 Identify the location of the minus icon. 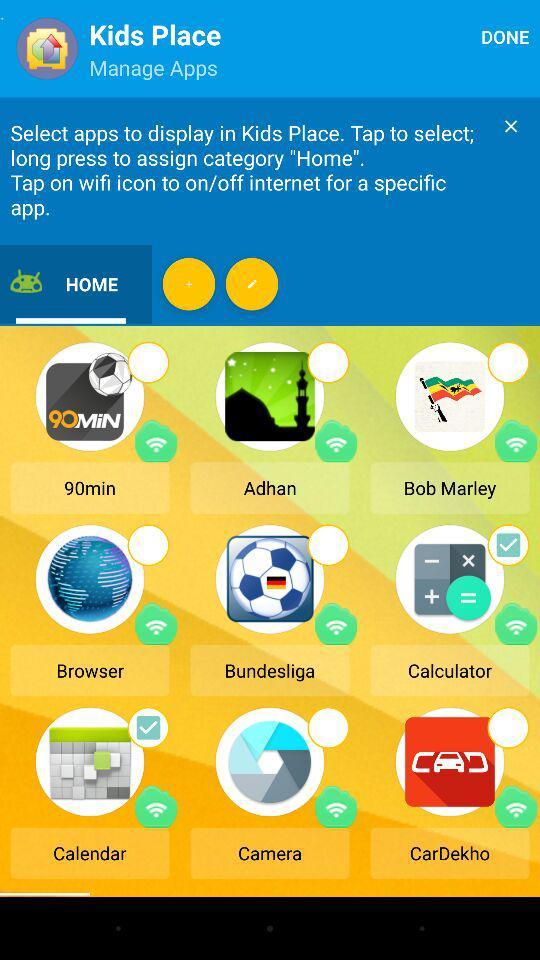
(189, 283).